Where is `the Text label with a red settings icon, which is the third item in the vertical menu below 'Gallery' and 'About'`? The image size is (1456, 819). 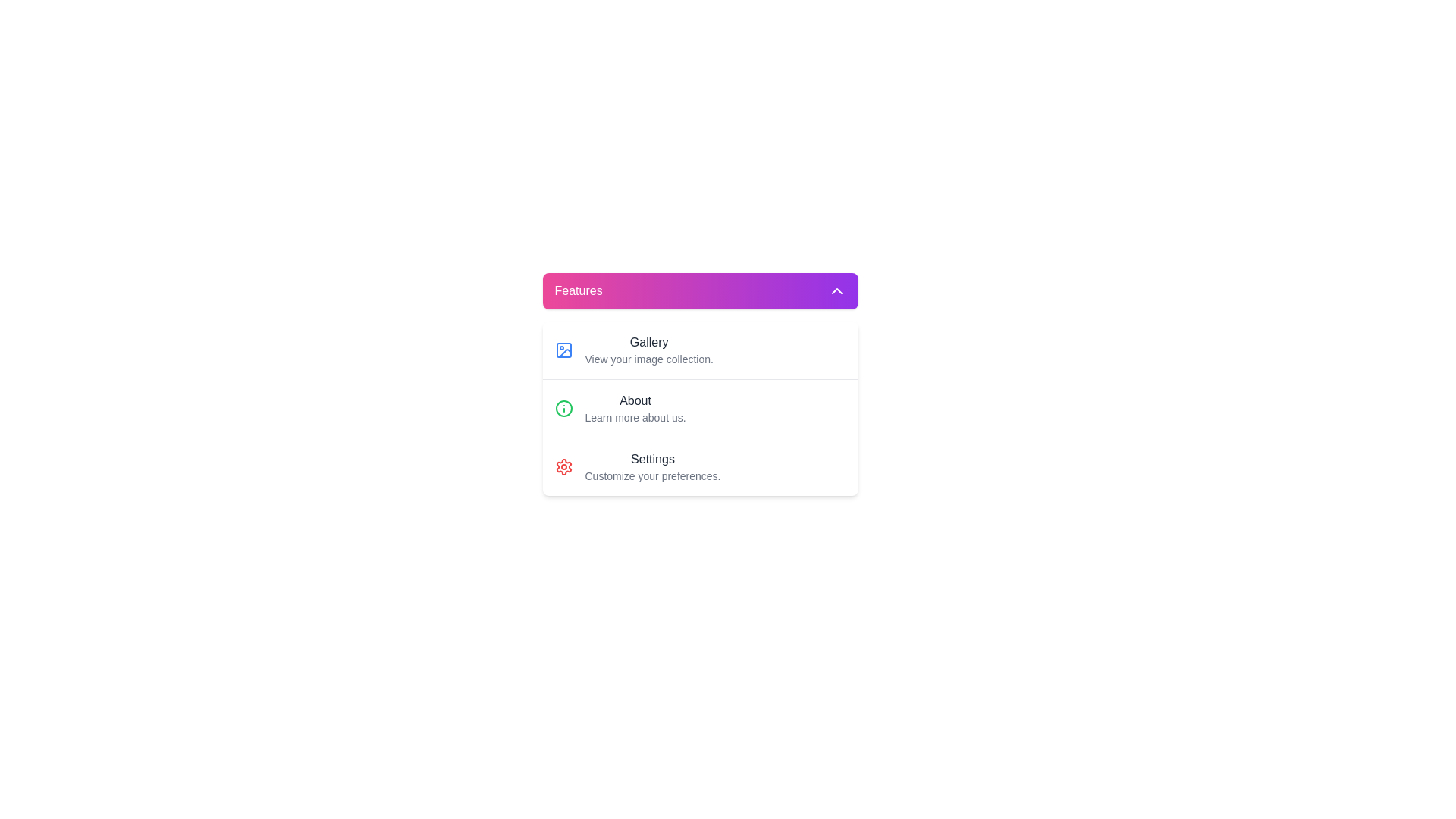 the Text label with a red settings icon, which is the third item in the vertical menu below 'Gallery' and 'About' is located at coordinates (652, 466).